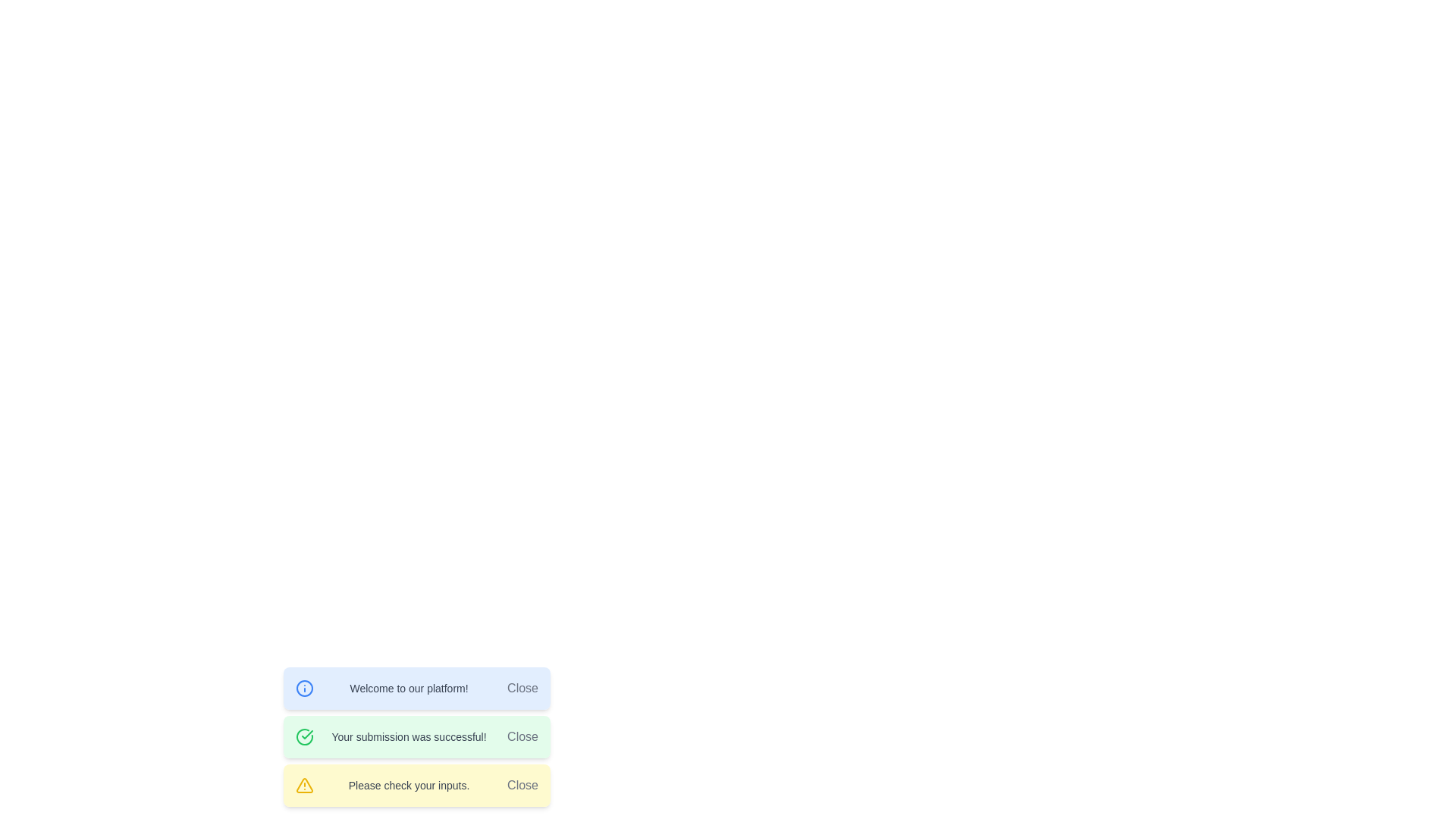  Describe the element at coordinates (304, 688) in the screenshot. I see `the outer circle of the information symbol icon, which is a circular icon filled with a light shade of blue and having a darker blue outline` at that location.